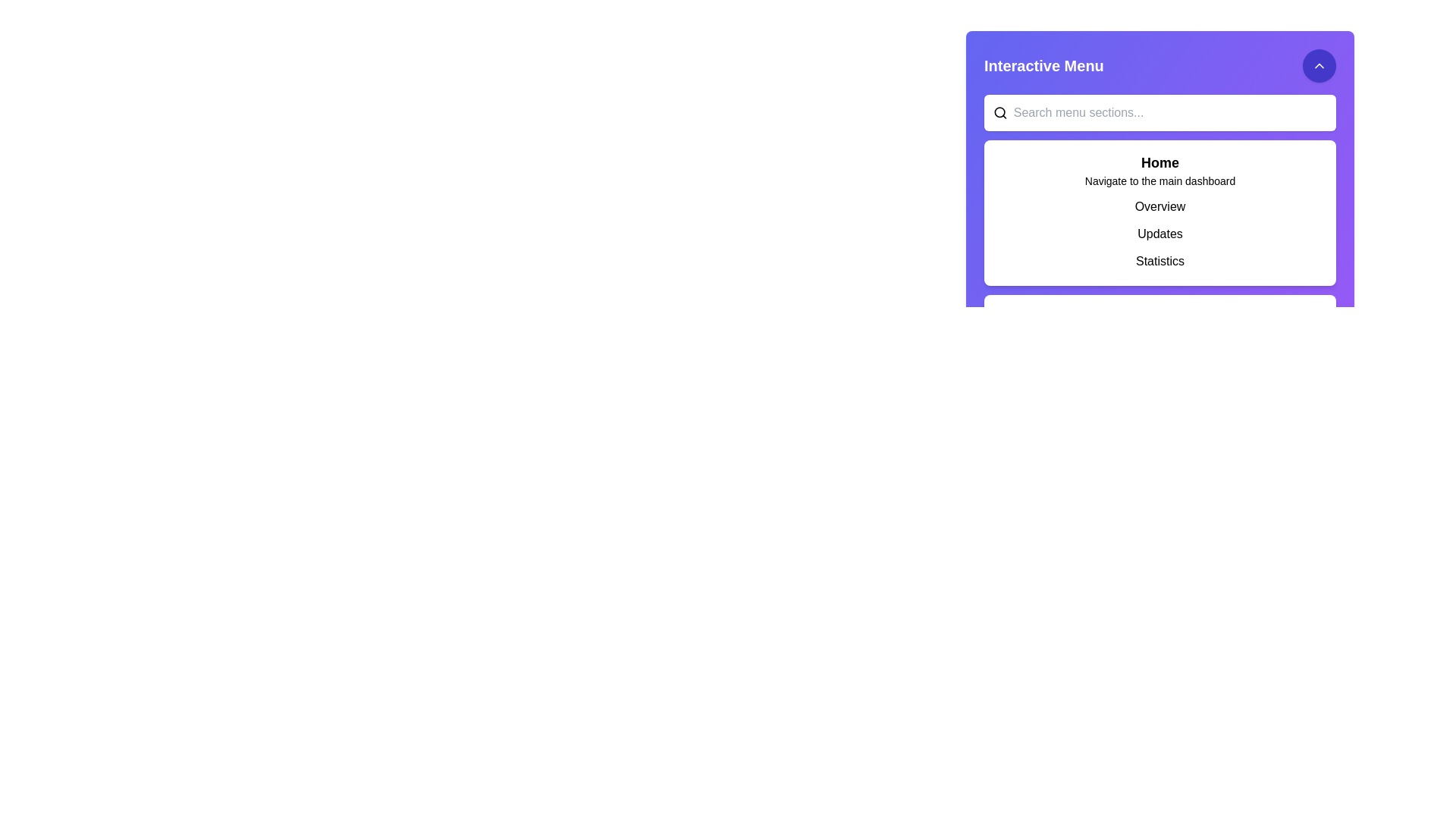 The height and width of the screenshot is (819, 1456). What do you see at coordinates (1159, 234) in the screenshot?
I see `the 'Updates' text label in the vertical menu` at bounding box center [1159, 234].